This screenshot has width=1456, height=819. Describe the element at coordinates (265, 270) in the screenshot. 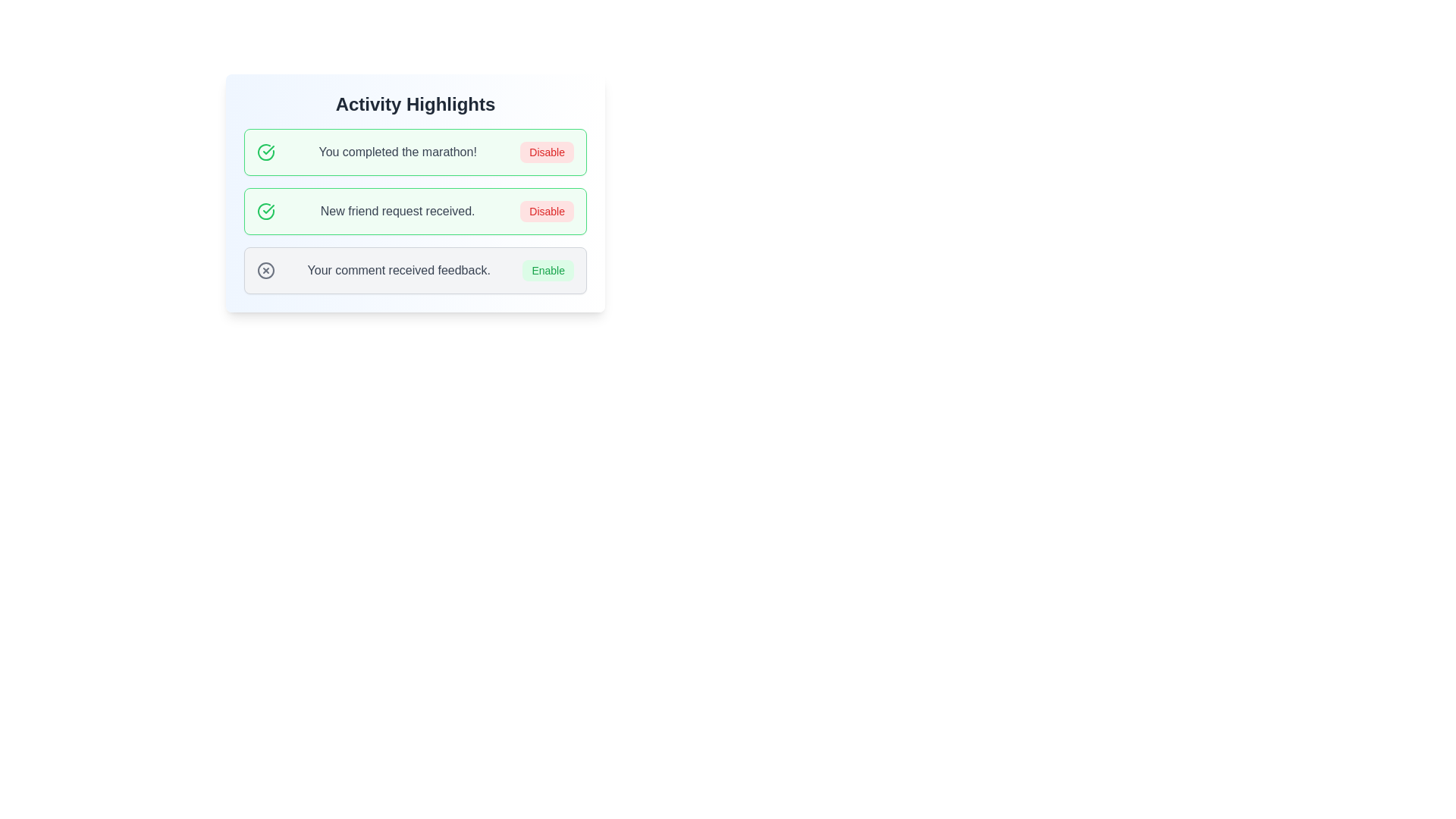

I see `the visual indicator icon located at the top-left corner of the feedback message panel that indicates an error, warning, or status` at that location.